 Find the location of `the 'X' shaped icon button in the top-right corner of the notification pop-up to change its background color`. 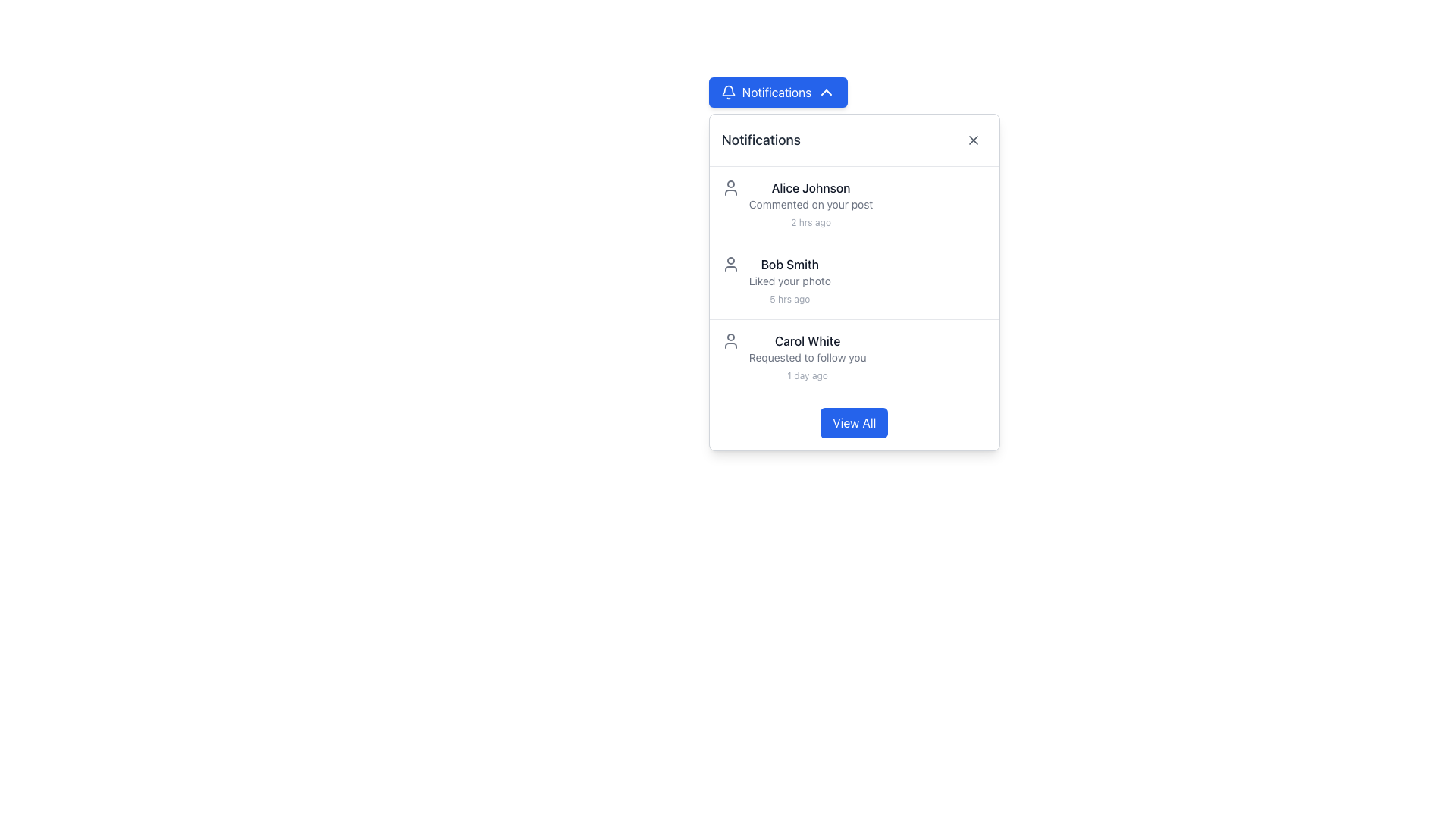

the 'X' shaped icon button in the top-right corner of the notification pop-up to change its background color is located at coordinates (973, 140).